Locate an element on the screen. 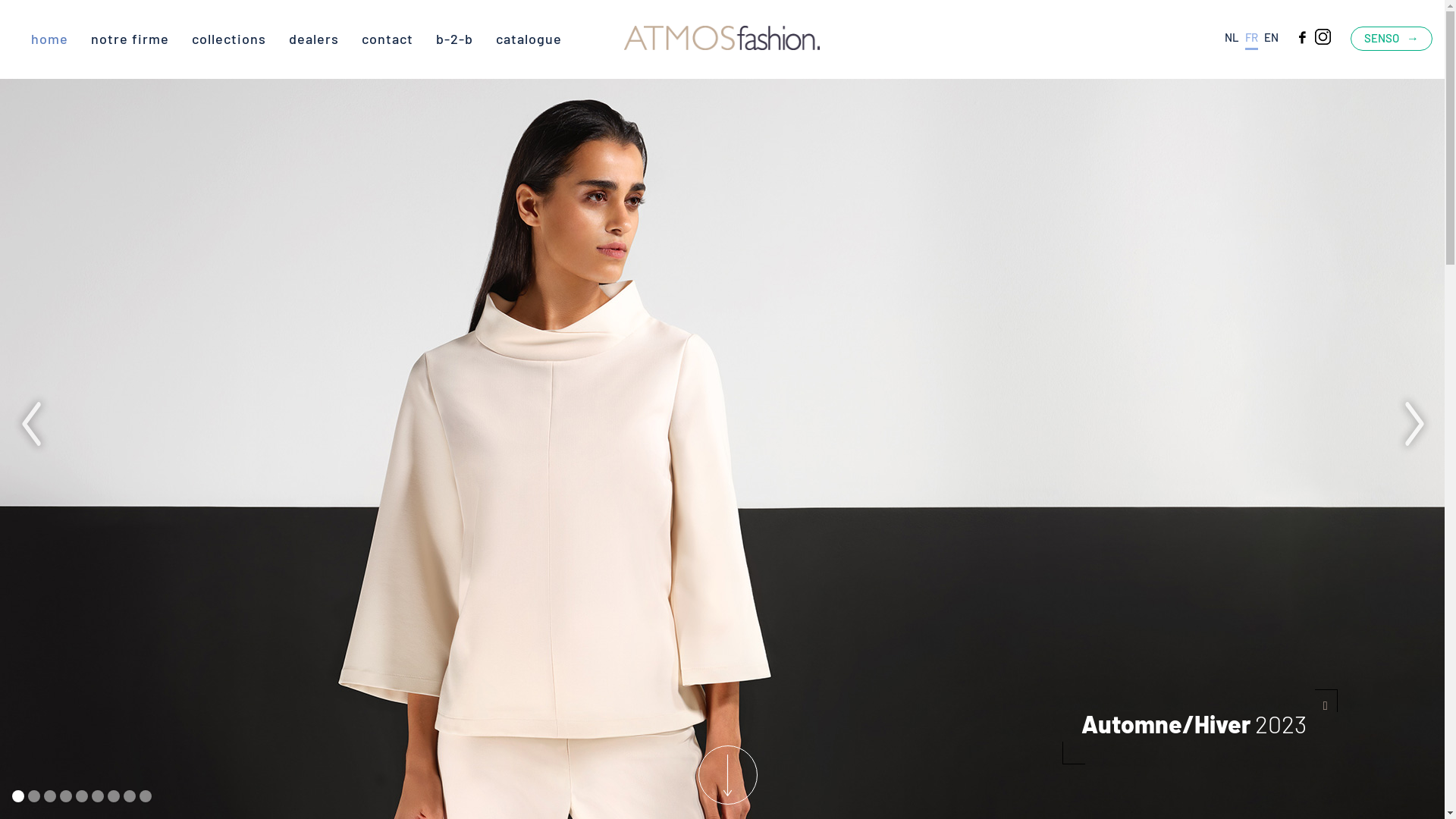  'catalogue' is located at coordinates (529, 37).